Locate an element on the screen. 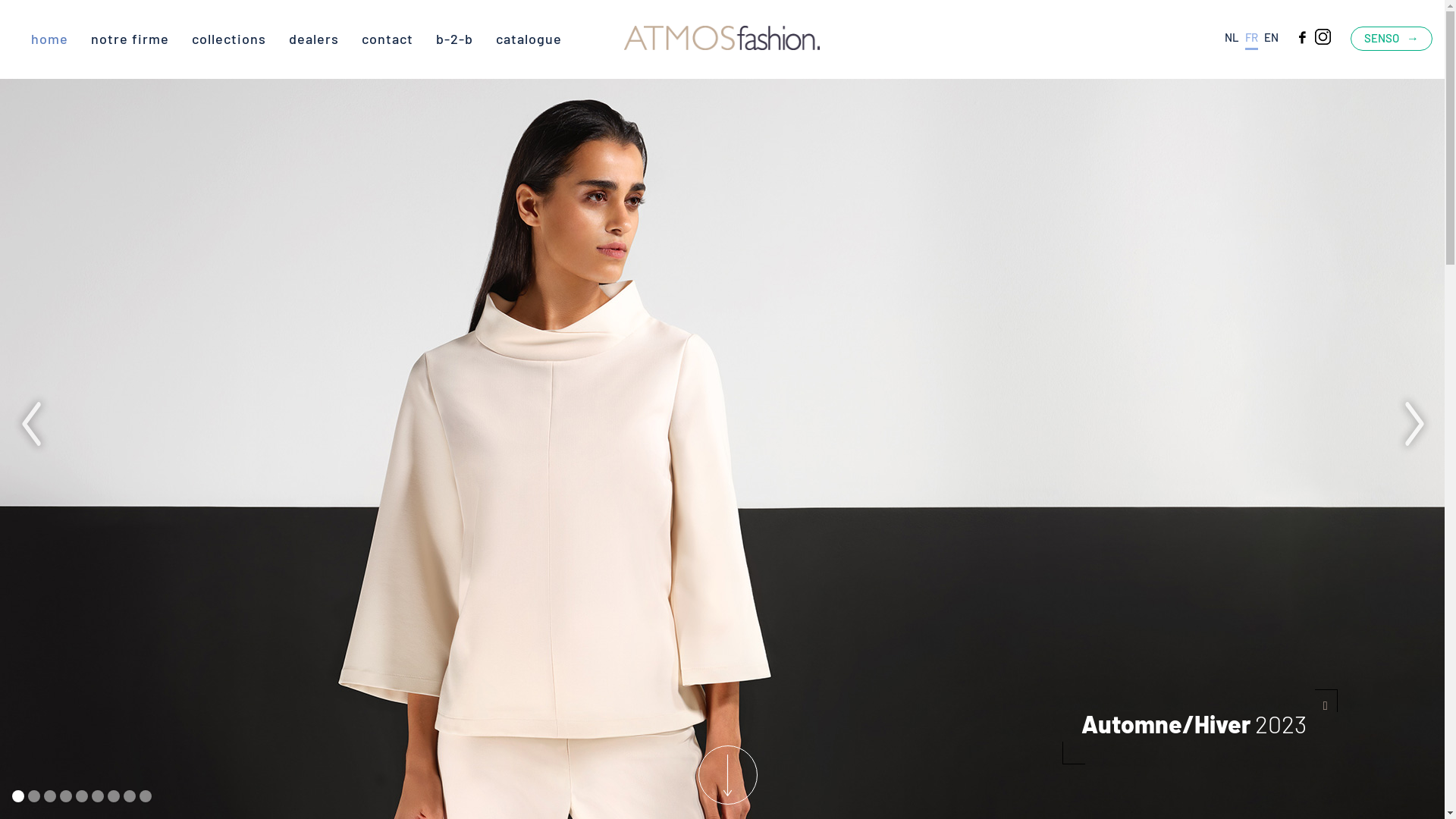  'catalogue' is located at coordinates (529, 37).